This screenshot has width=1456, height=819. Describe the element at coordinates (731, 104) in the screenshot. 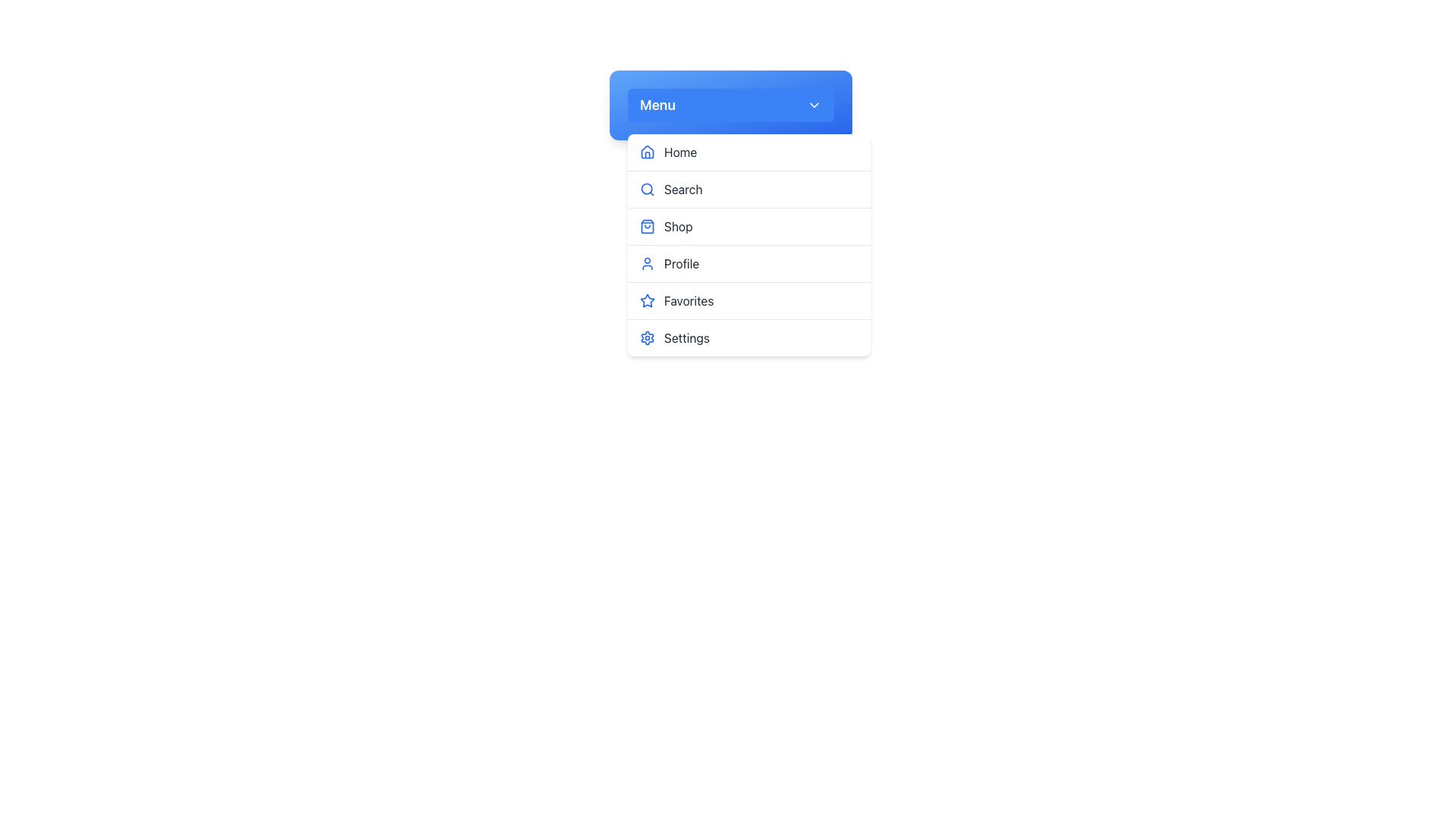

I see `the blue 'Menu' button with rounded edges` at that location.